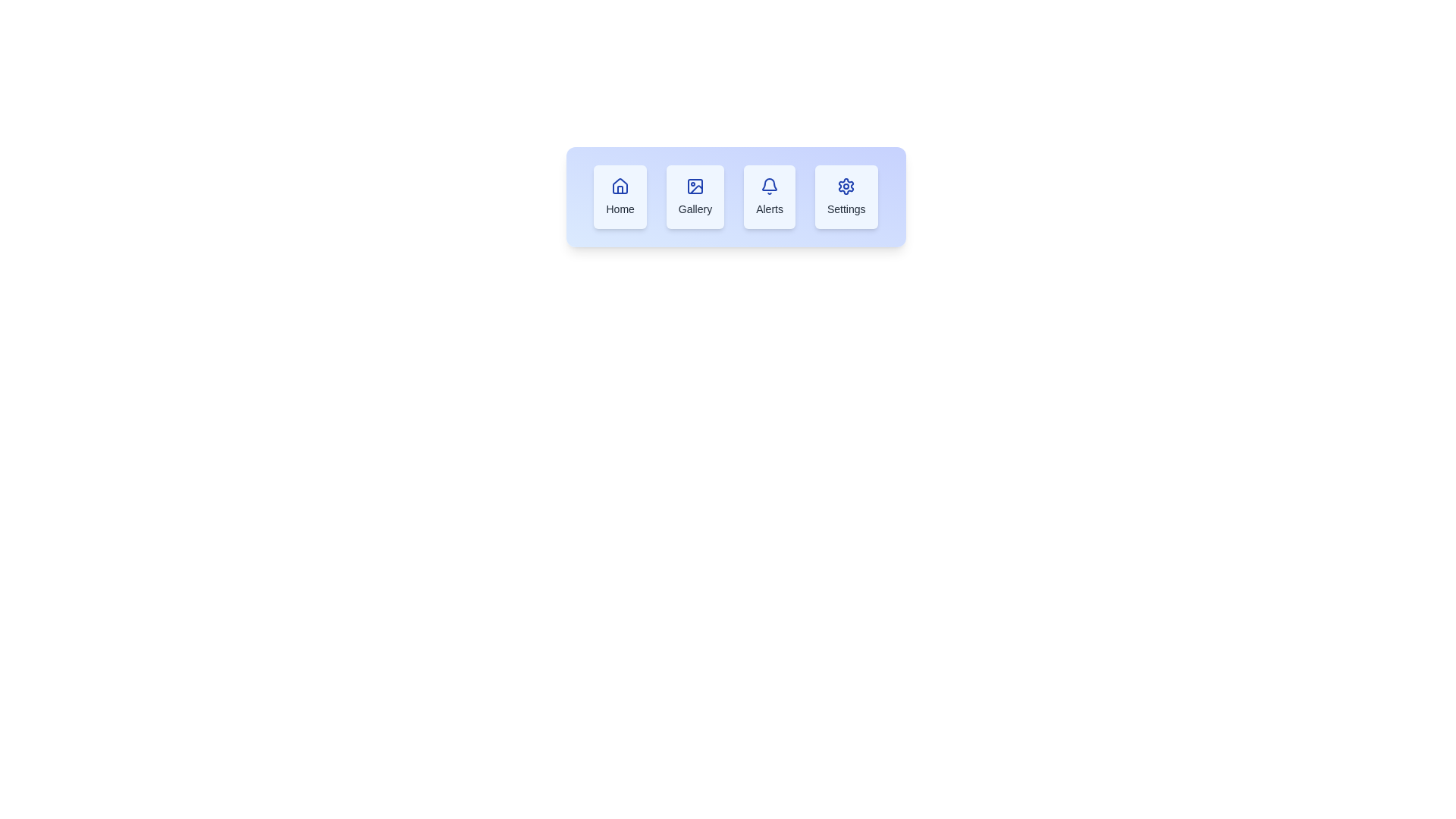  Describe the element at coordinates (694, 186) in the screenshot. I see `the Decorative SVG square shape that is part of the 'Gallery' icon, the second icon from the left in a row of four icons` at that location.